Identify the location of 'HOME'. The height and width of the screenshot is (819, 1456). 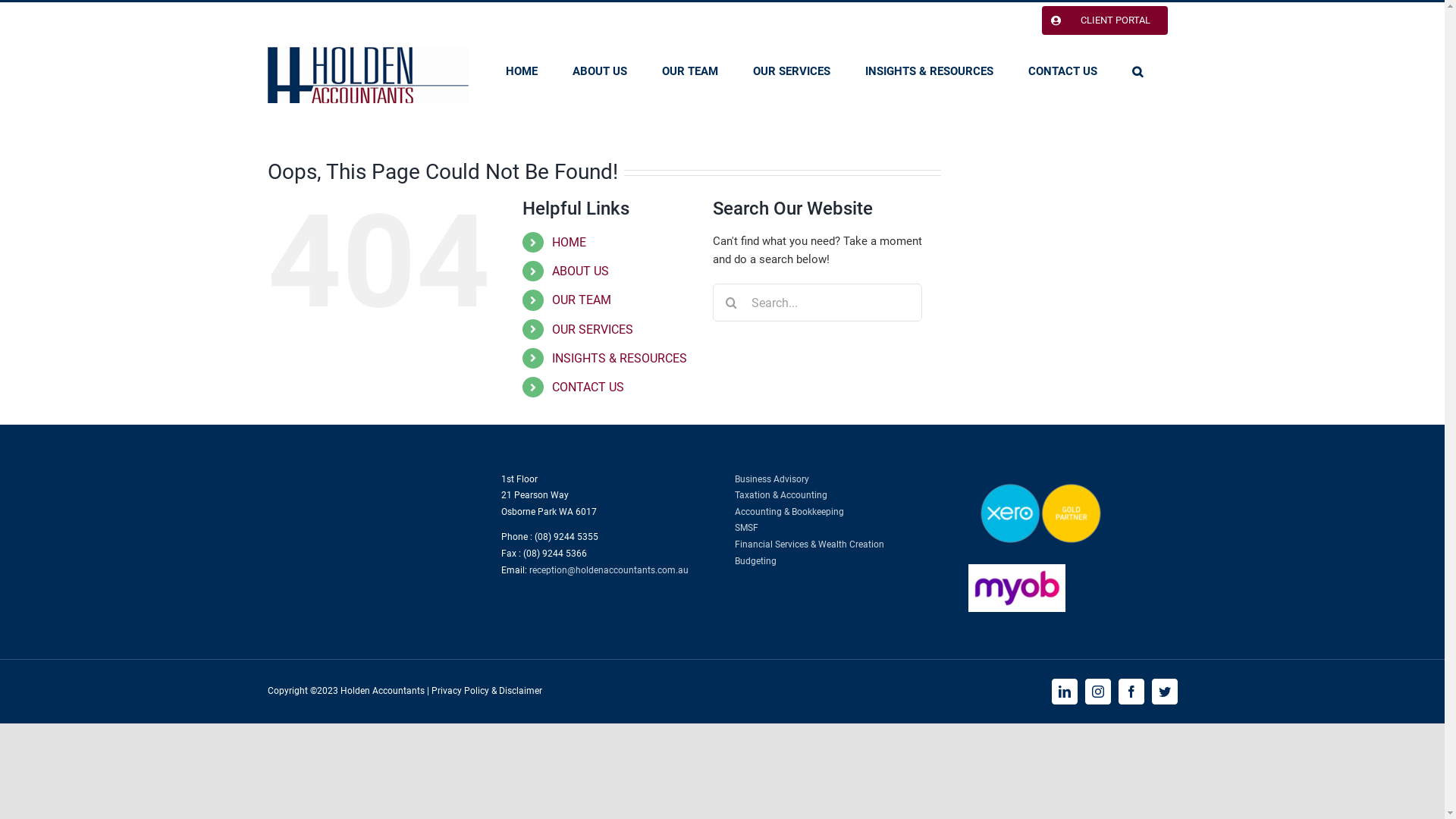
(568, 241).